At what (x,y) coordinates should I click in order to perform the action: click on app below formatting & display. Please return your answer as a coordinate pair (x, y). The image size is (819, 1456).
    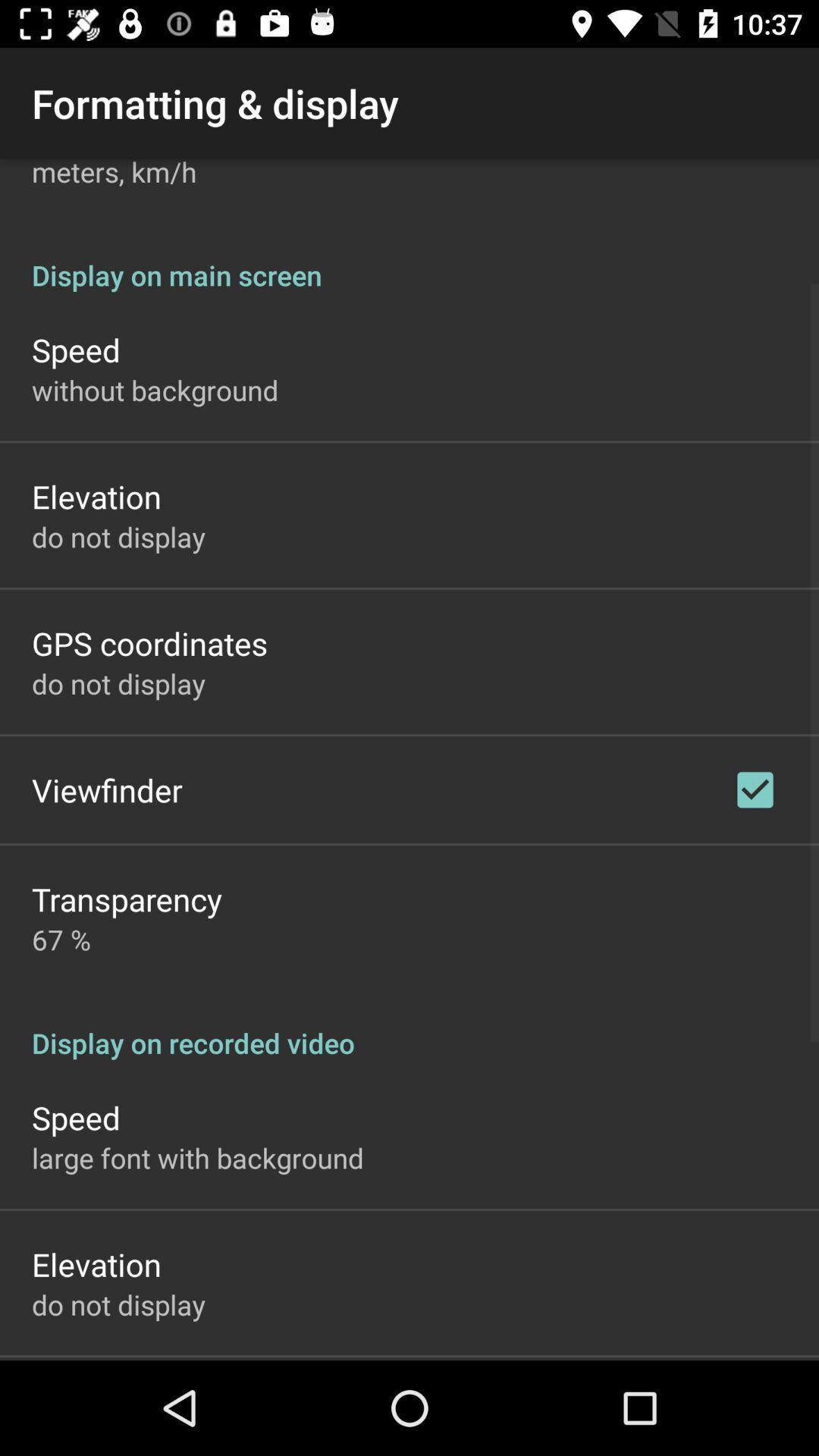
    Looking at the image, I should click on (113, 174).